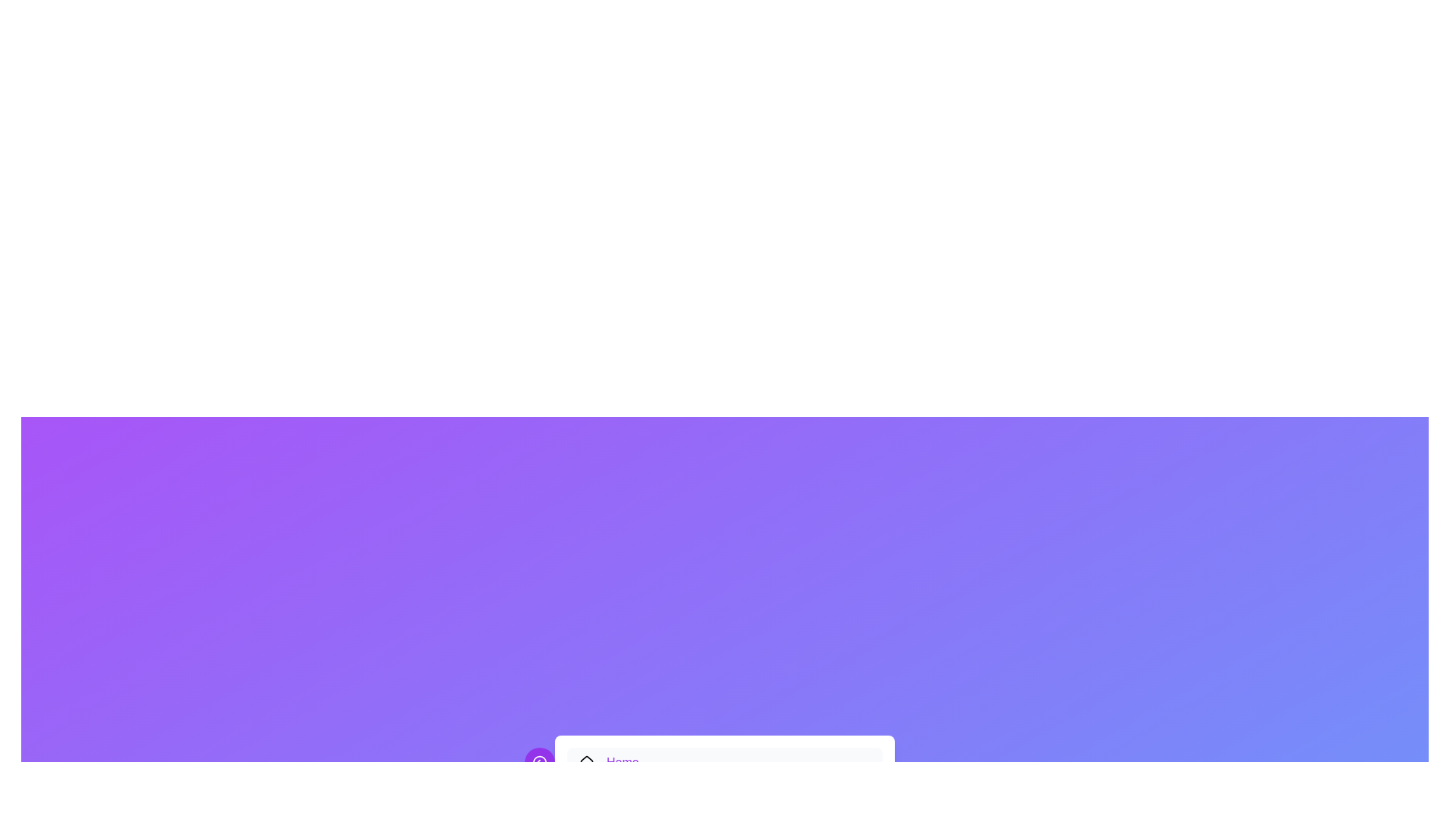  Describe the element at coordinates (585, 763) in the screenshot. I see `the decorative icon for the Home menu item` at that location.